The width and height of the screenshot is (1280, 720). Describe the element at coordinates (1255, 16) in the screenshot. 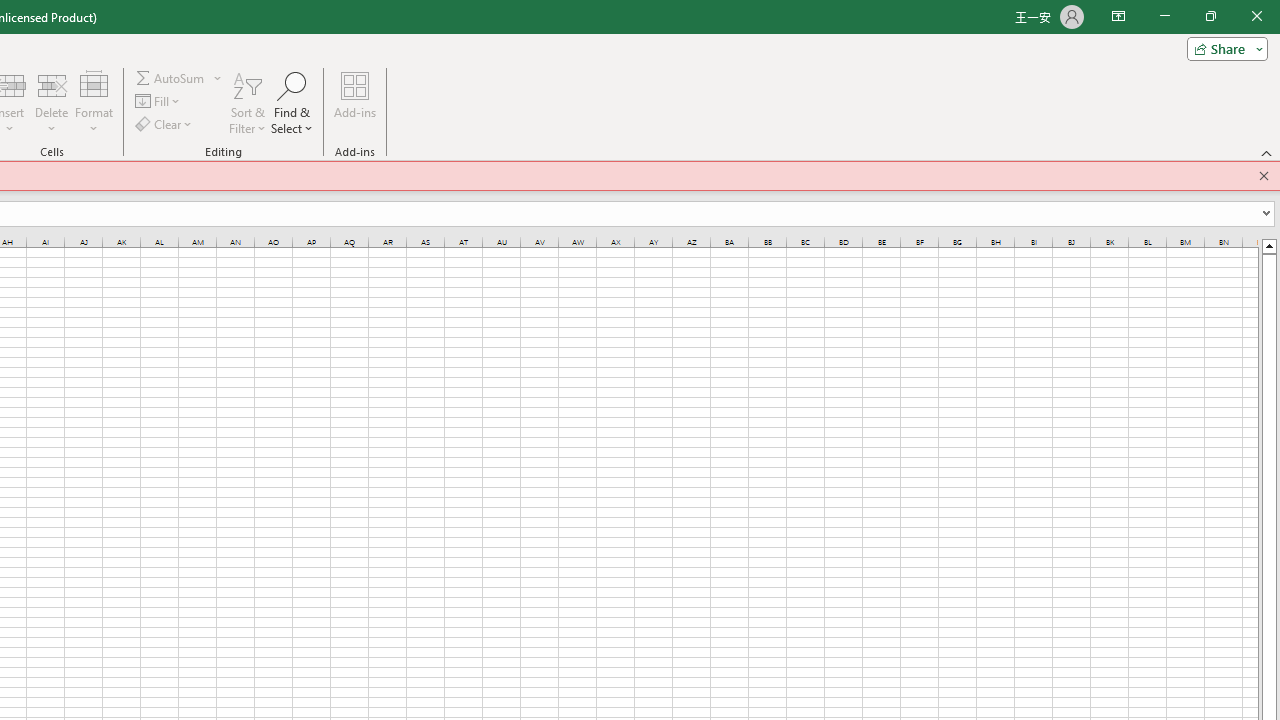

I see `'Close'` at that location.